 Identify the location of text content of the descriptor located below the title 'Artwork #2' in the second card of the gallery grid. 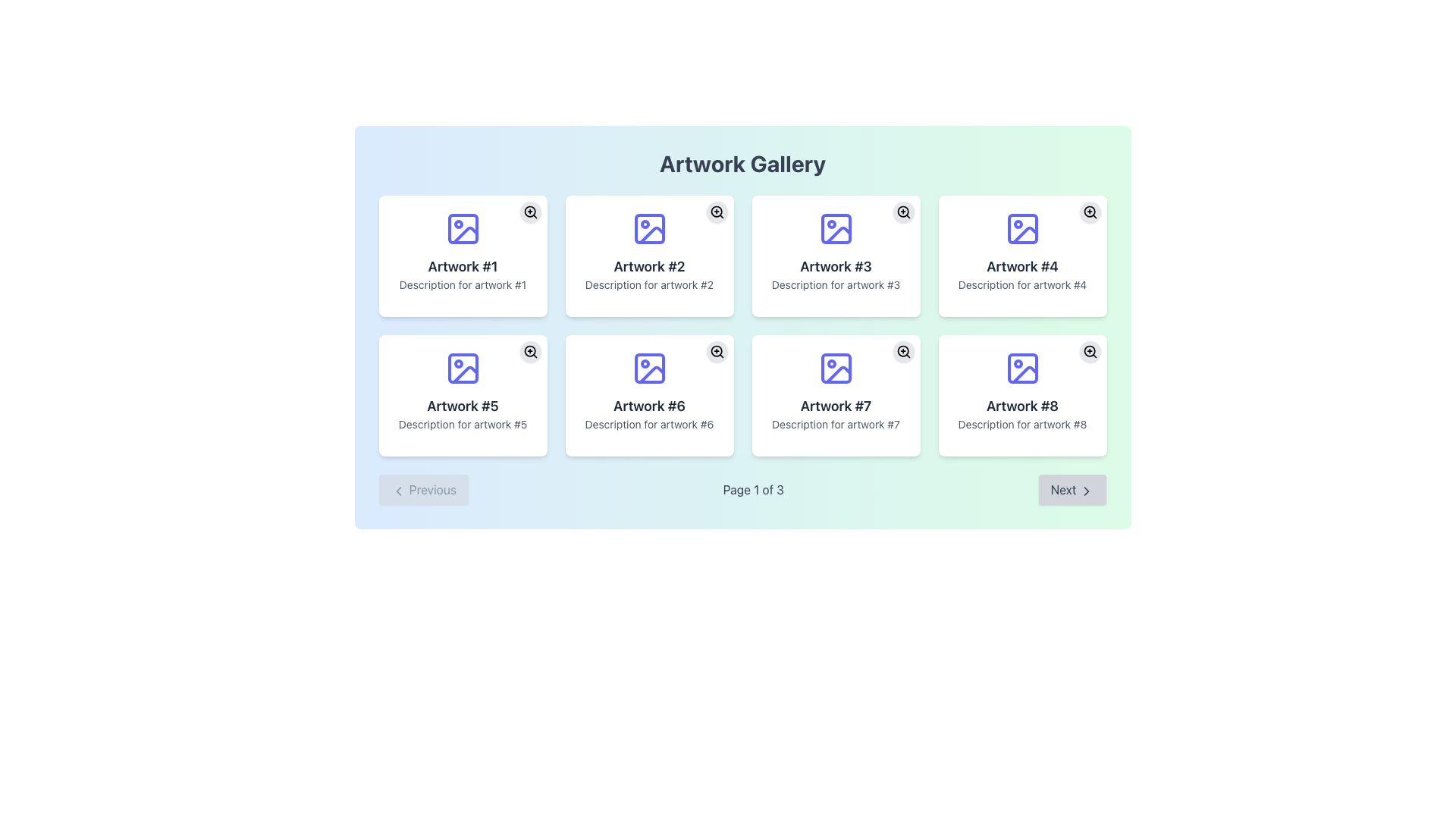
(649, 284).